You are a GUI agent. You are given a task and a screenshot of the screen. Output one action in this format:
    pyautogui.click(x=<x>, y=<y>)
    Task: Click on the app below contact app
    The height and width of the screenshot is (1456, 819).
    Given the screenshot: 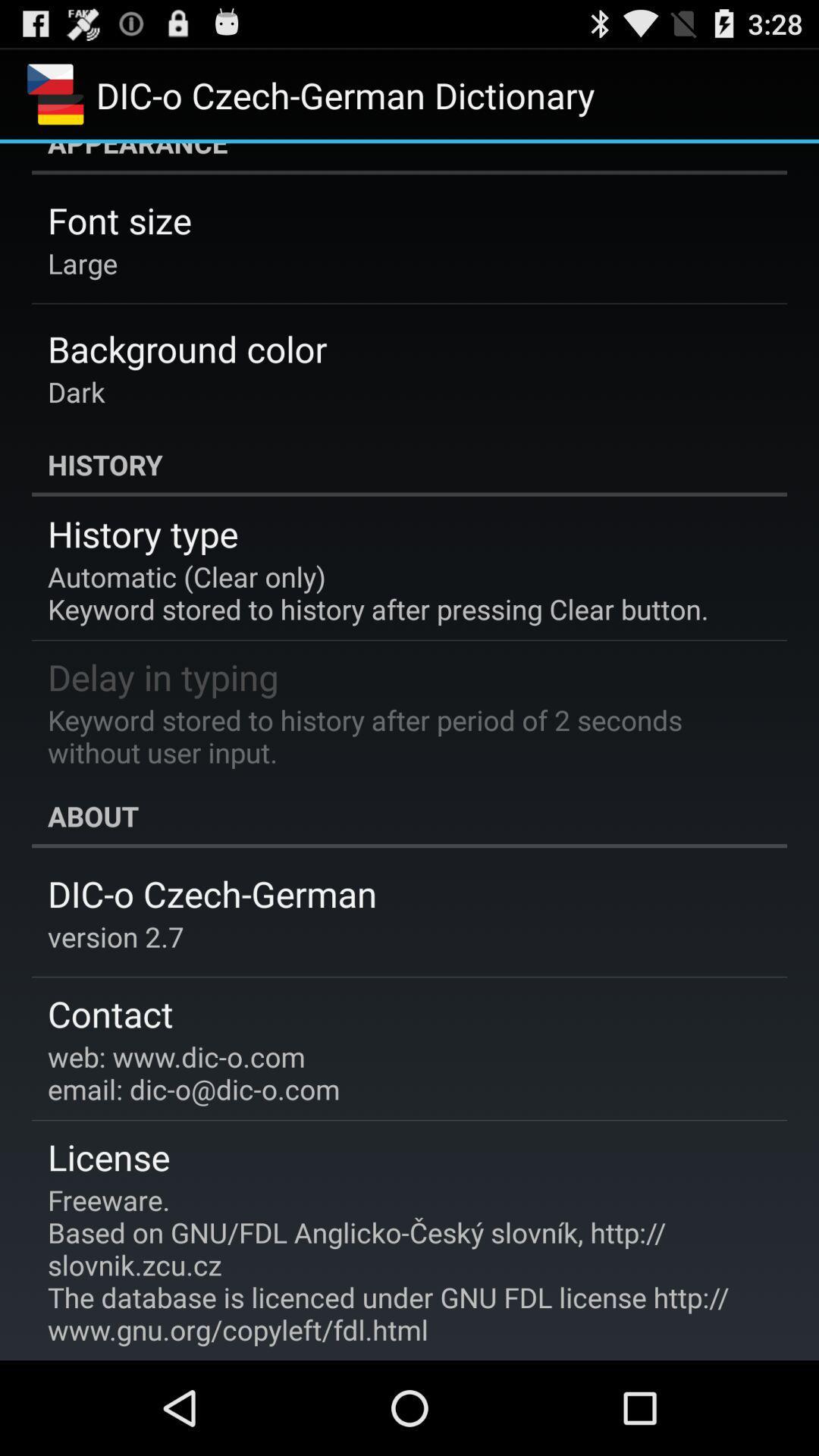 What is the action you would take?
    pyautogui.click(x=193, y=1072)
    